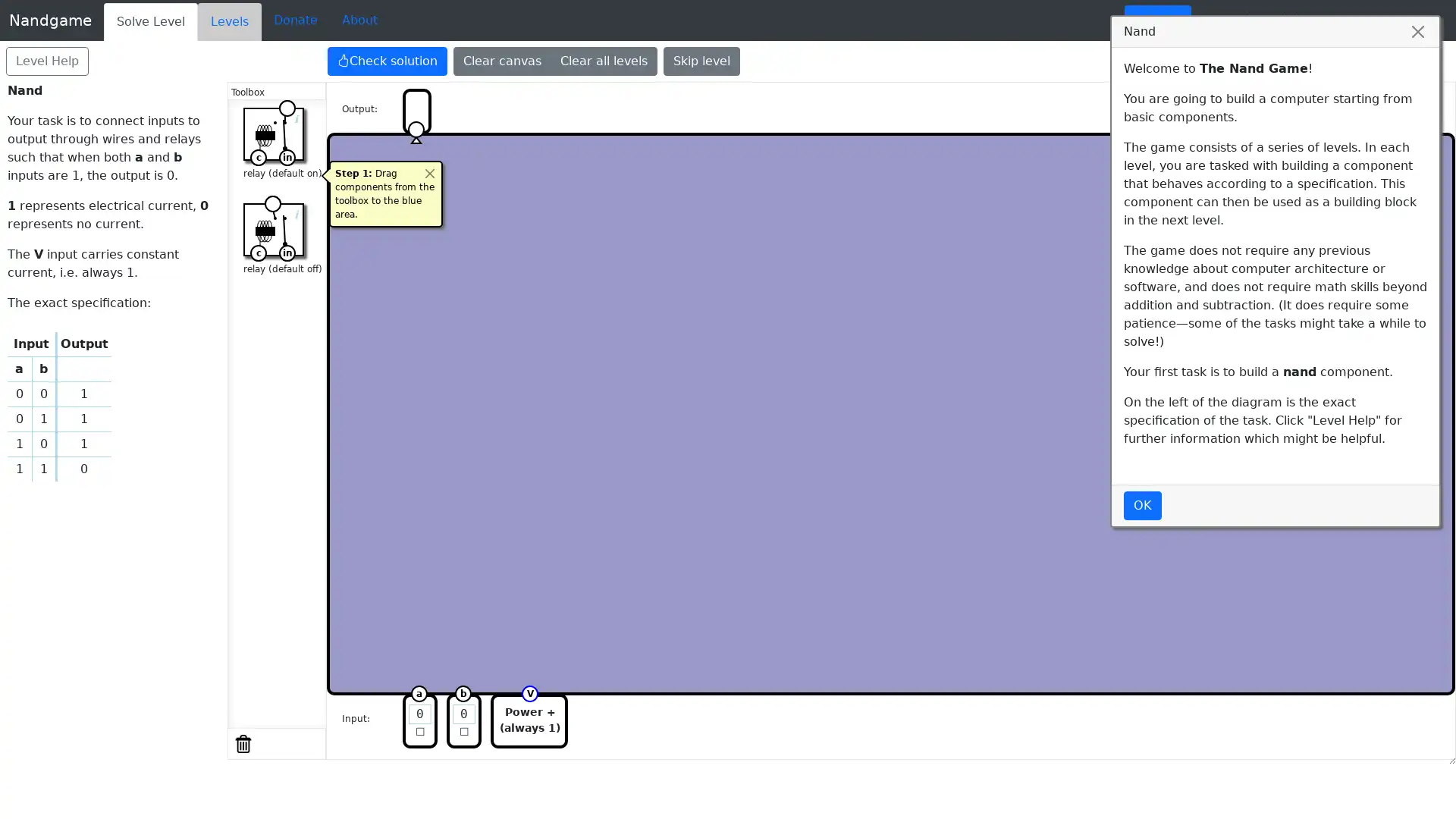  What do you see at coordinates (1417, 20) in the screenshot?
I see `Polski` at bounding box center [1417, 20].